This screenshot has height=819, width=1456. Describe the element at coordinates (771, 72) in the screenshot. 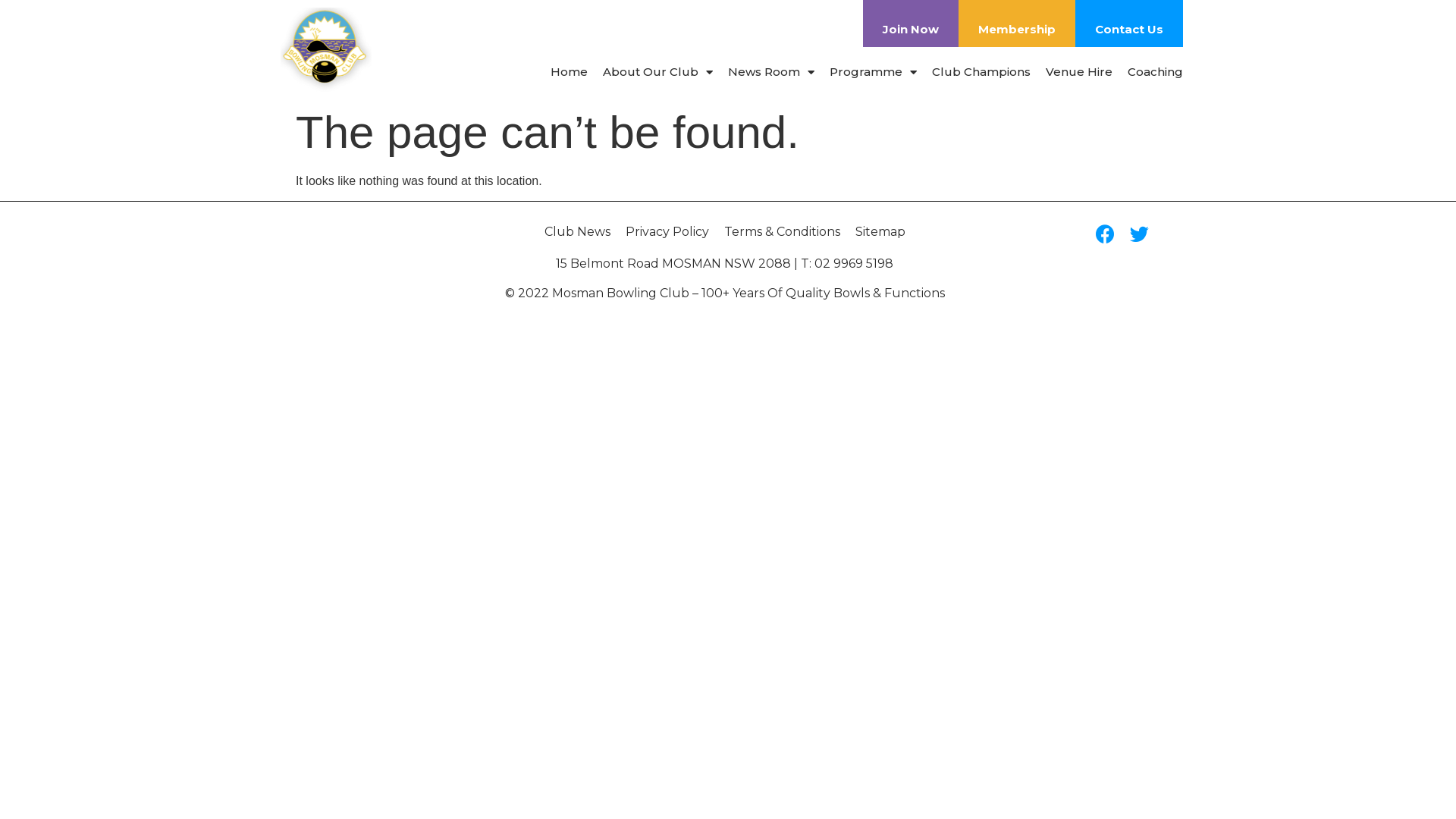

I see `'News Room'` at that location.